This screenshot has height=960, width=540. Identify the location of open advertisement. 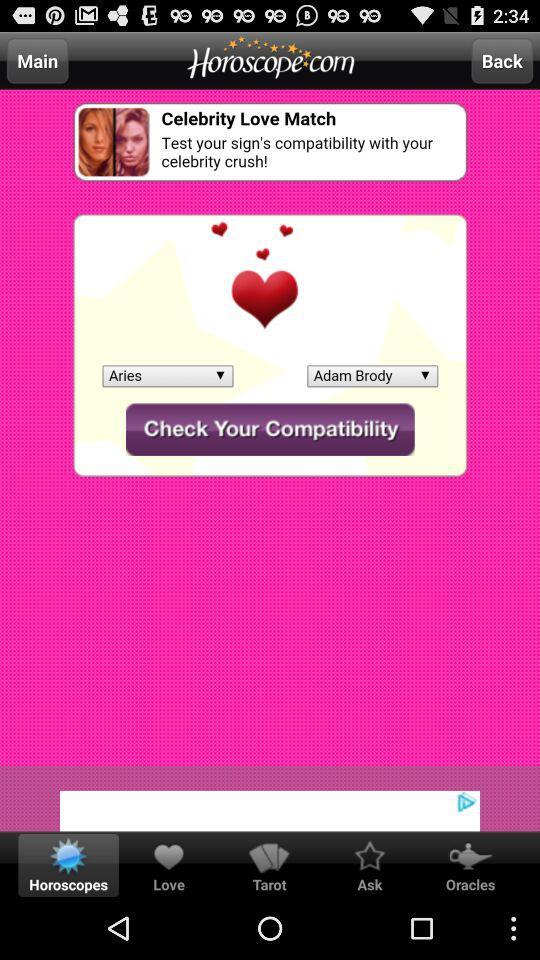
(270, 798).